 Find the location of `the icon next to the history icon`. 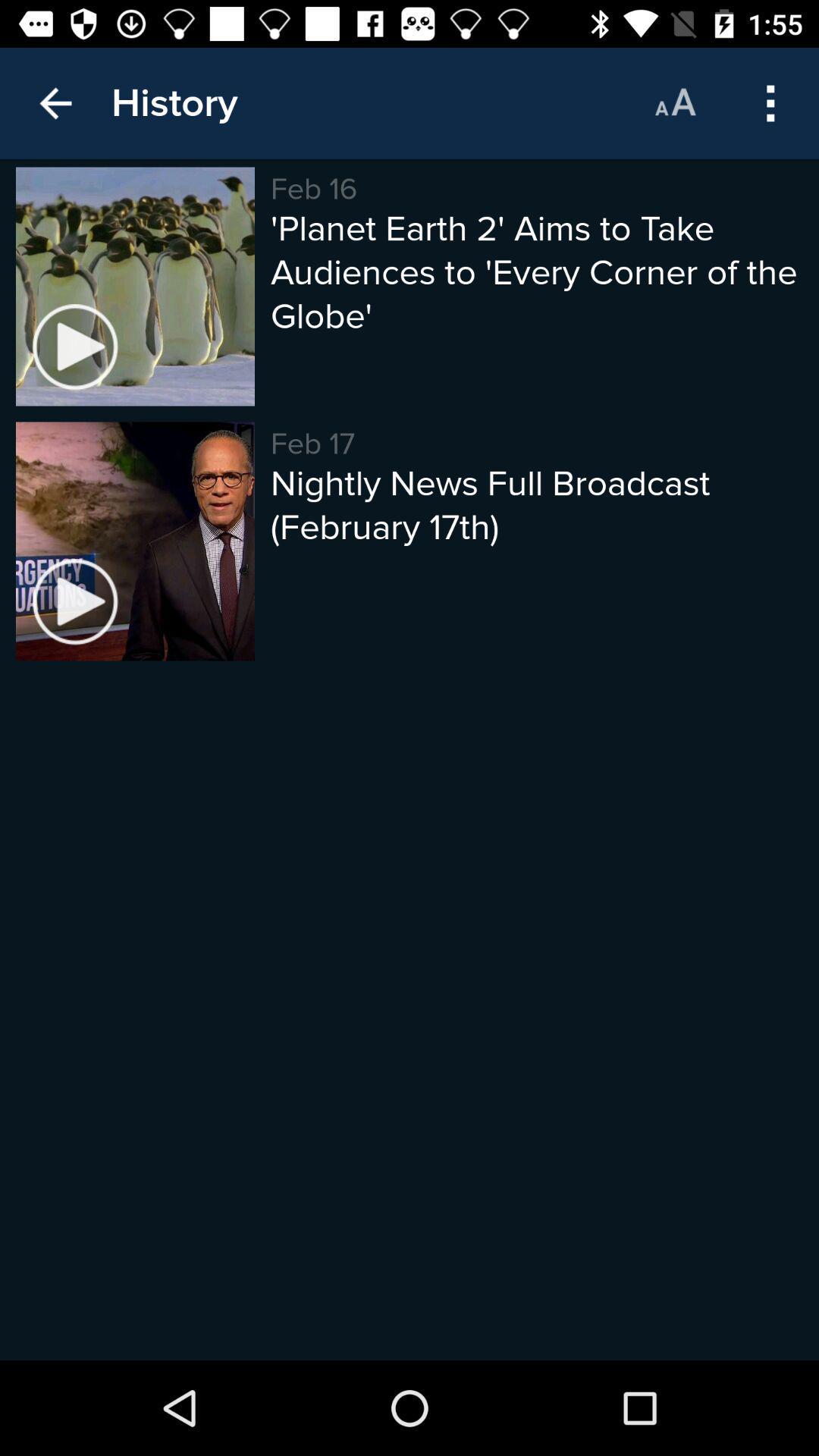

the icon next to the history icon is located at coordinates (674, 102).